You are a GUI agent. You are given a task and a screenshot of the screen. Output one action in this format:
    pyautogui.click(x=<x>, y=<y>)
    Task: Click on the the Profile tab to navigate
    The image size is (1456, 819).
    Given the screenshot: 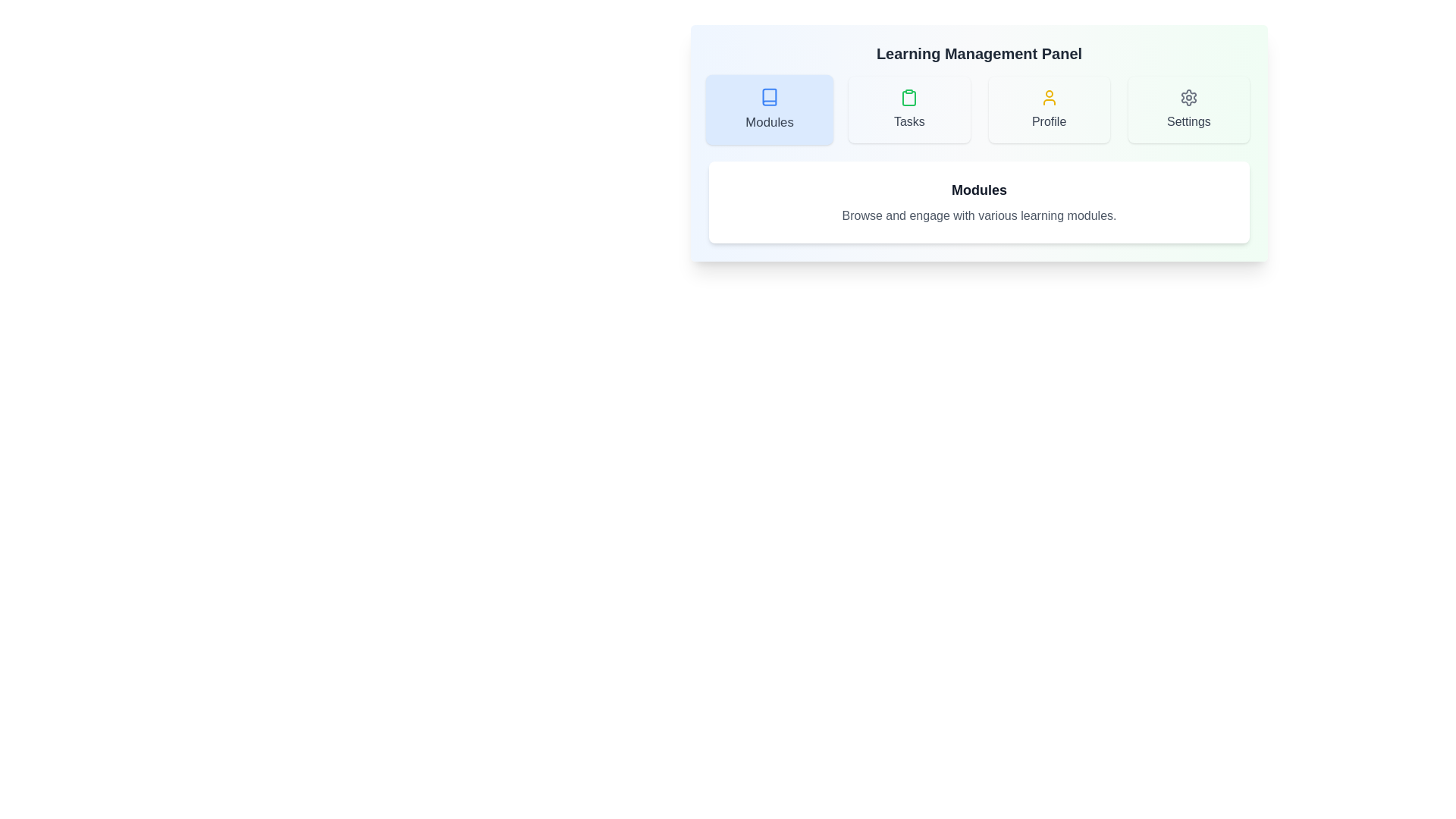 What is the action you would take?
    pyautogui.click(x=1048, y=109)
    